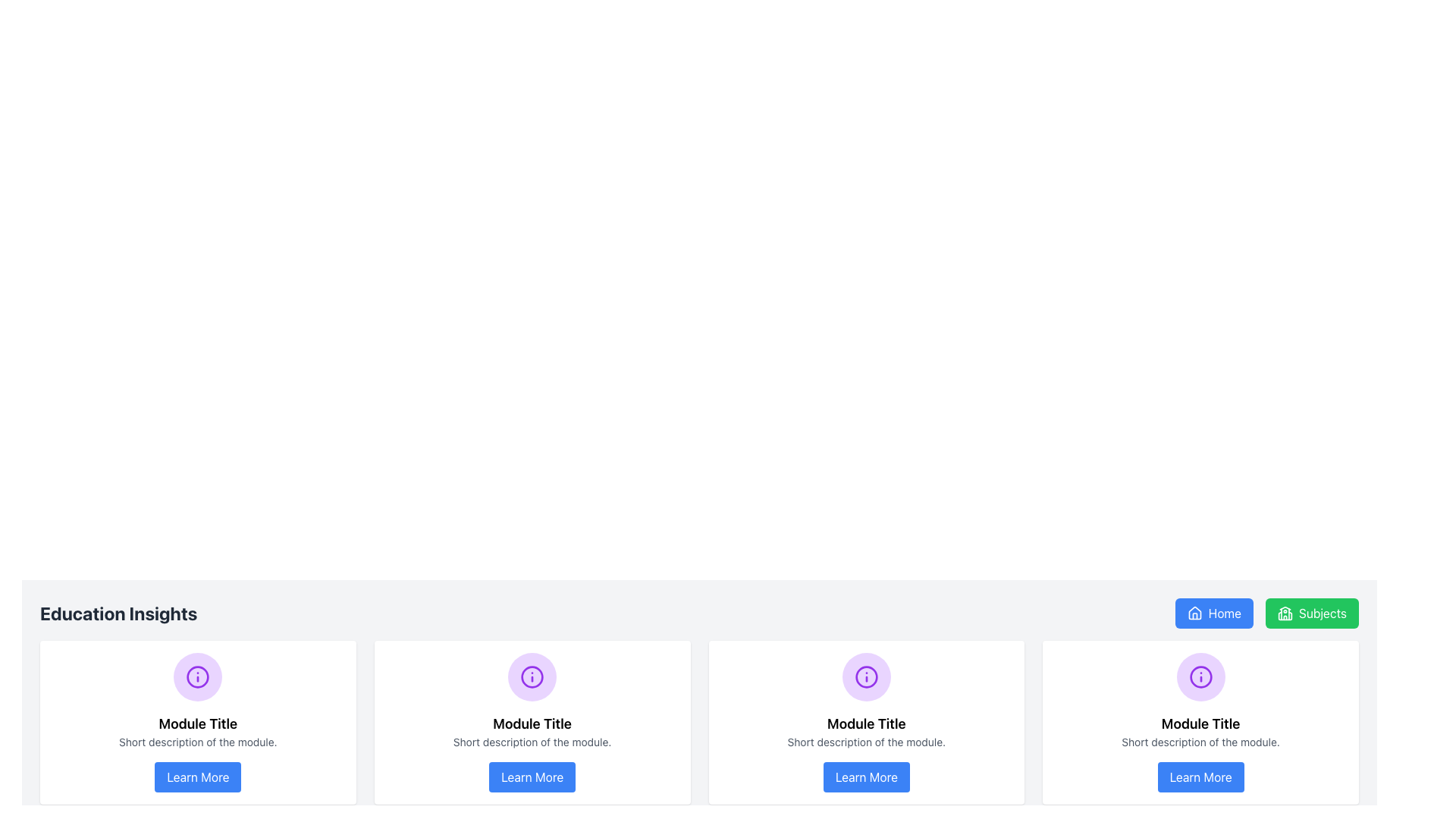 The image size is (1456, 819). What do you see at coordinates (1200, 777) in the screenshot?
I see `the 'Learn More' button located at the bottom center of the fourth card in a horizontal list` at bounding box center [1200, 777].